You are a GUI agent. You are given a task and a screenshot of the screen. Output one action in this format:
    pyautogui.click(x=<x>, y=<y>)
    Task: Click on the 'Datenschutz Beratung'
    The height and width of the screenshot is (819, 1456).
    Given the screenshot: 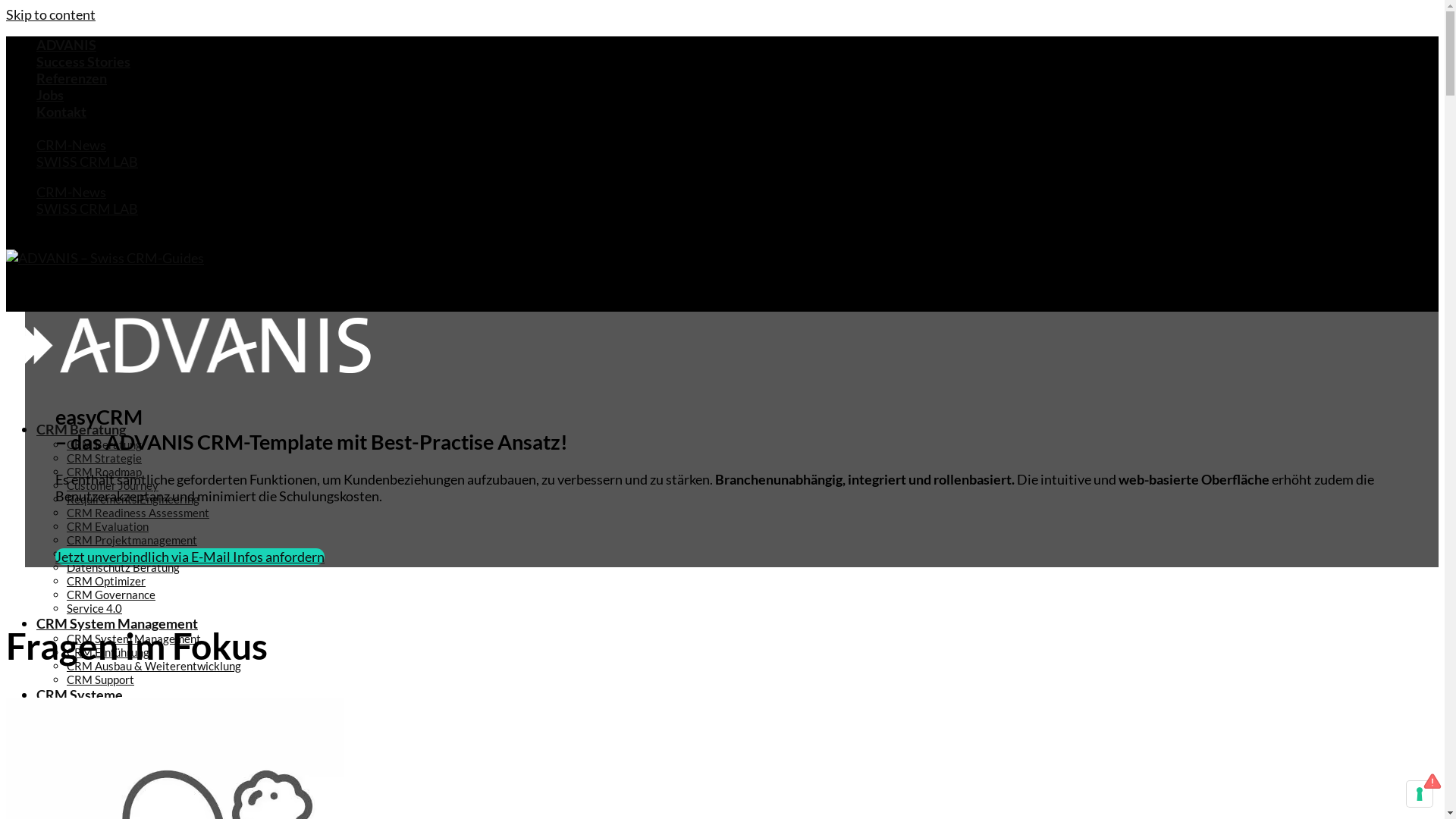 What is the action you would take?
    pyautogui.click(x=123, y=567)
    